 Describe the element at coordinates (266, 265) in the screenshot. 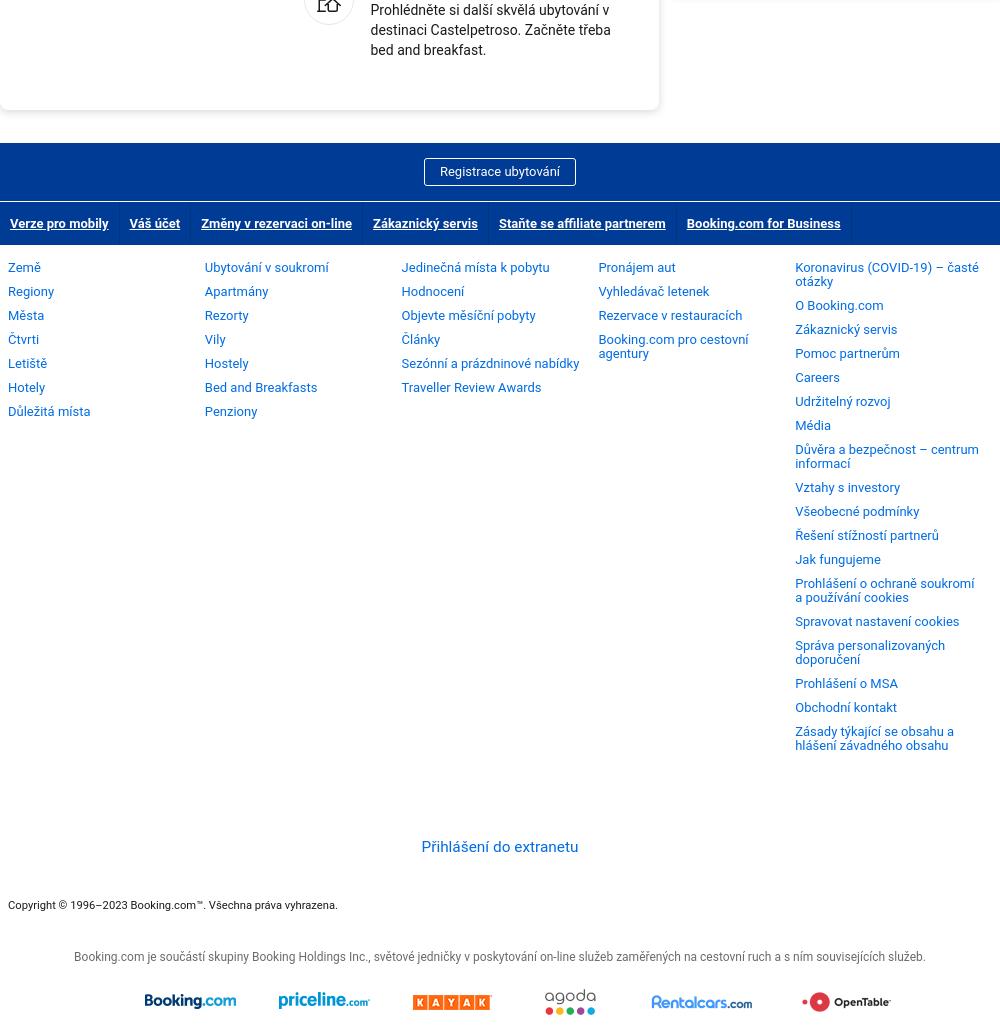

I see `'Ubytování v soukromí'` at that location.